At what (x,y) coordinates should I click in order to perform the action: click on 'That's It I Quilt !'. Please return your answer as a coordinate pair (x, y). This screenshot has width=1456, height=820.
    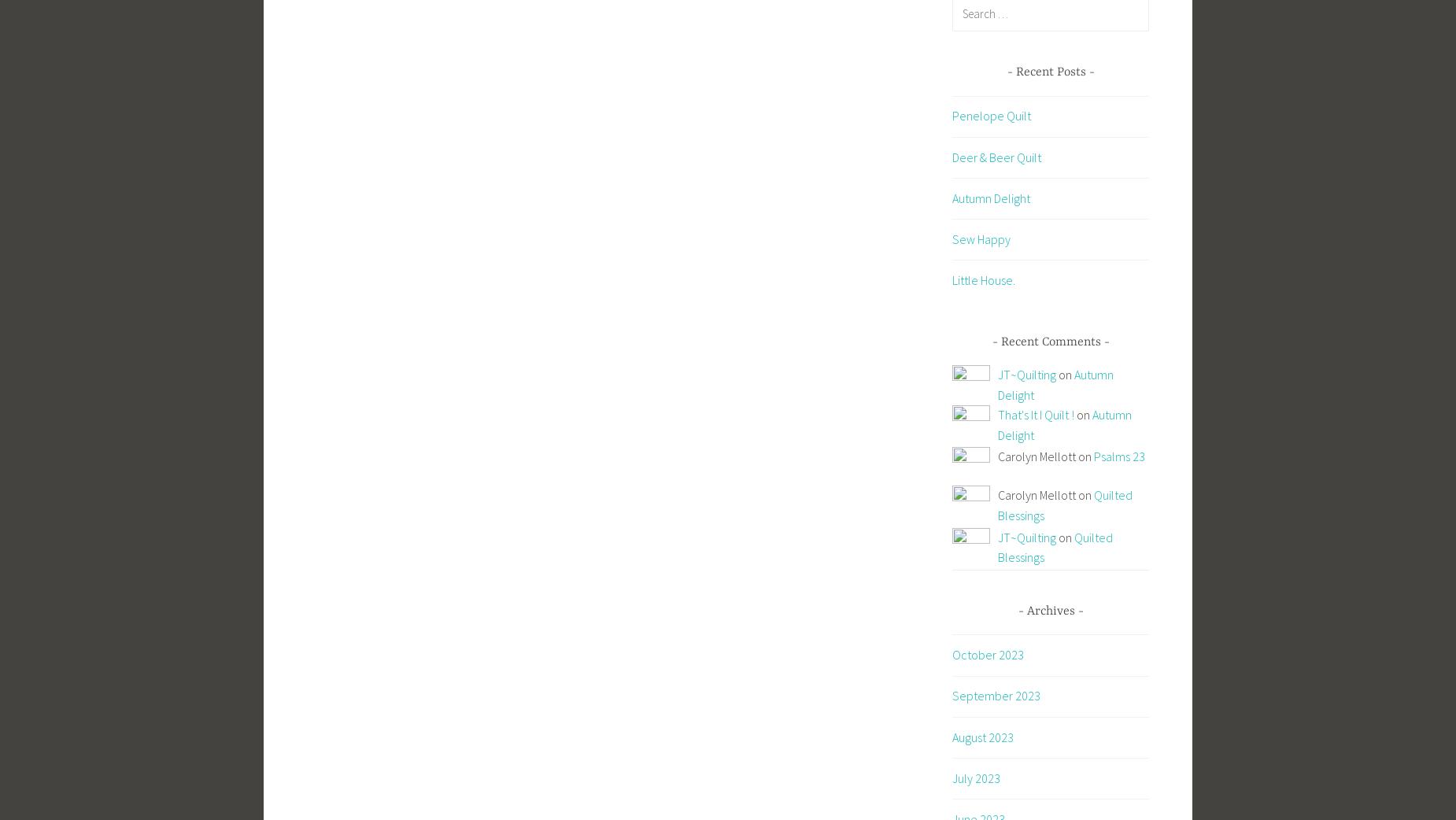
    Looking at the image, I should click on (1035, 414).